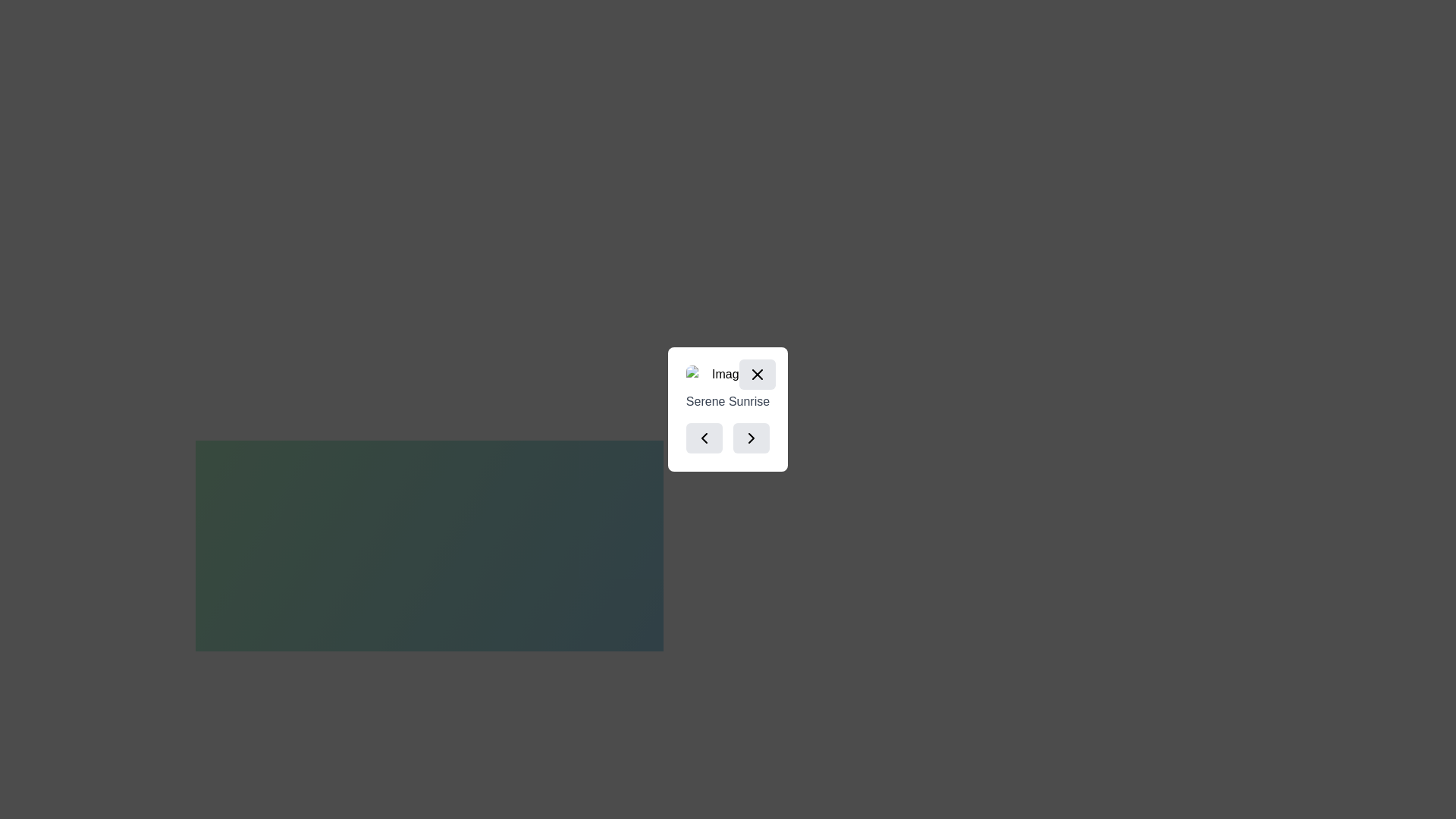 The image size is (1456, 819). I want to click on the right arrow button of the Interactive navigation control located below the 'Serene Sunrise' title, so click(728, 438).